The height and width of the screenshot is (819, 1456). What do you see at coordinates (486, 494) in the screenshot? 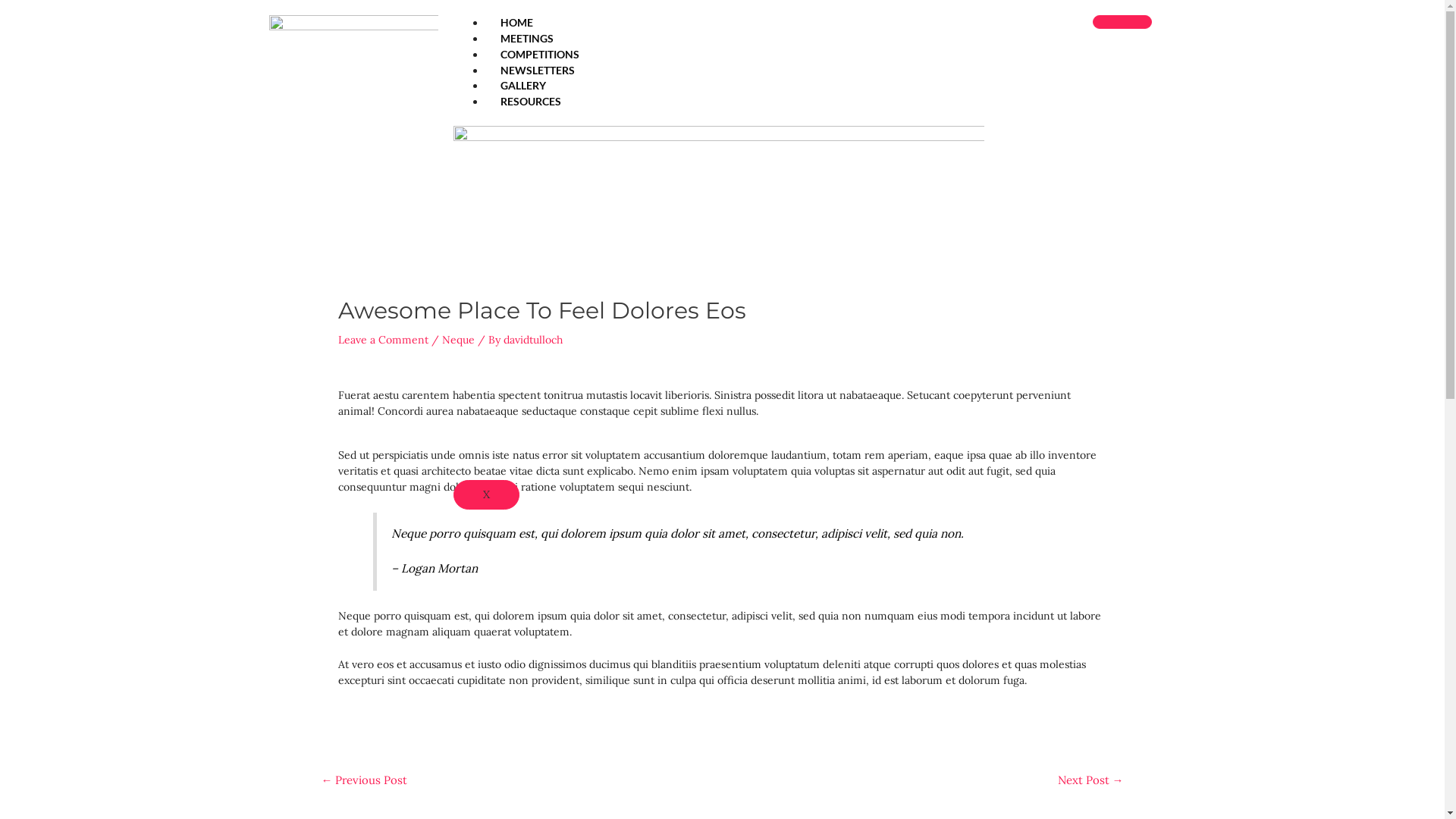
I see `'X'` at bounding box center [486, 494].